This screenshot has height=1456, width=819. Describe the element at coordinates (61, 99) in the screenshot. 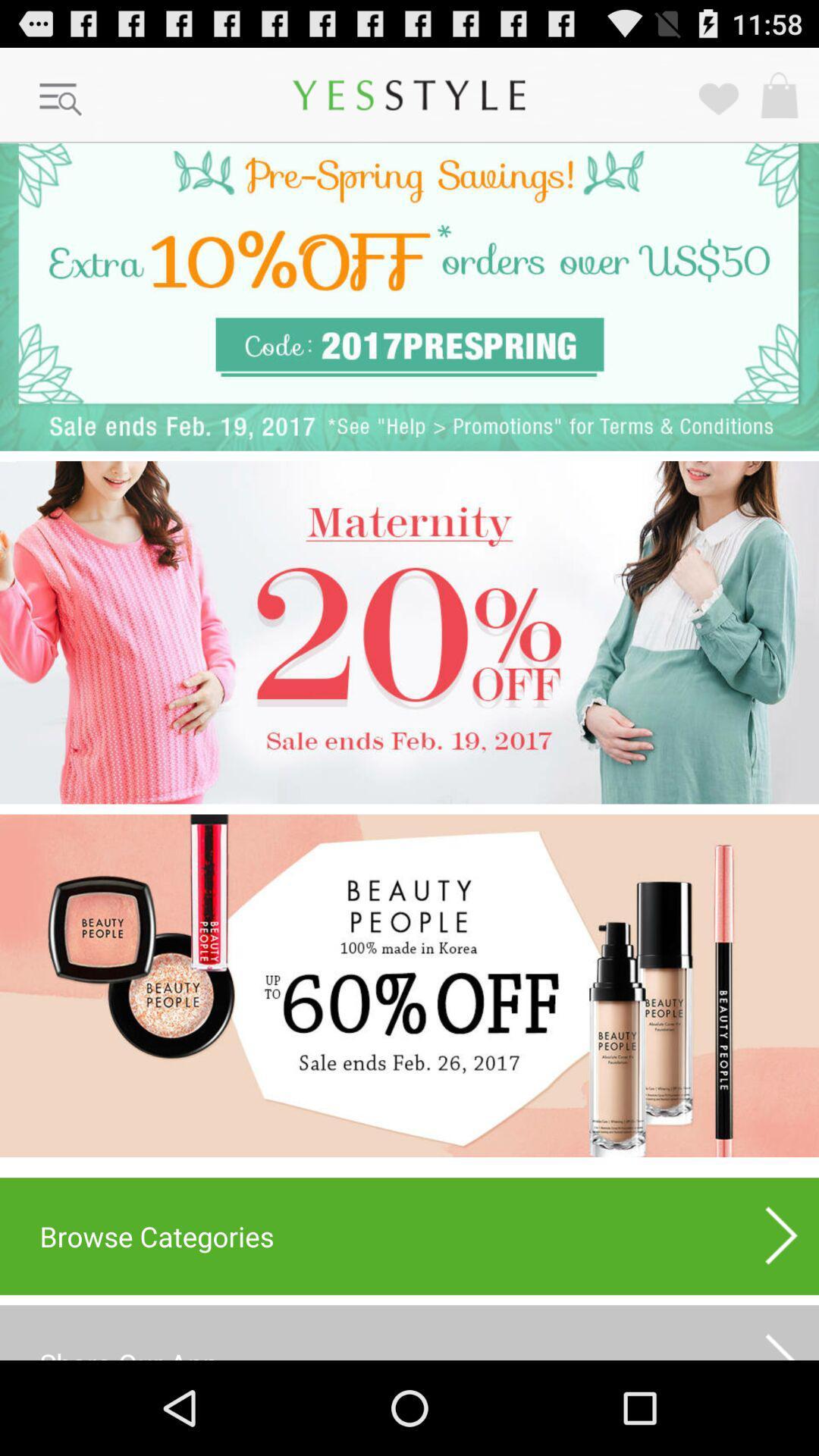

I see `the item at the top left corner` at that location.